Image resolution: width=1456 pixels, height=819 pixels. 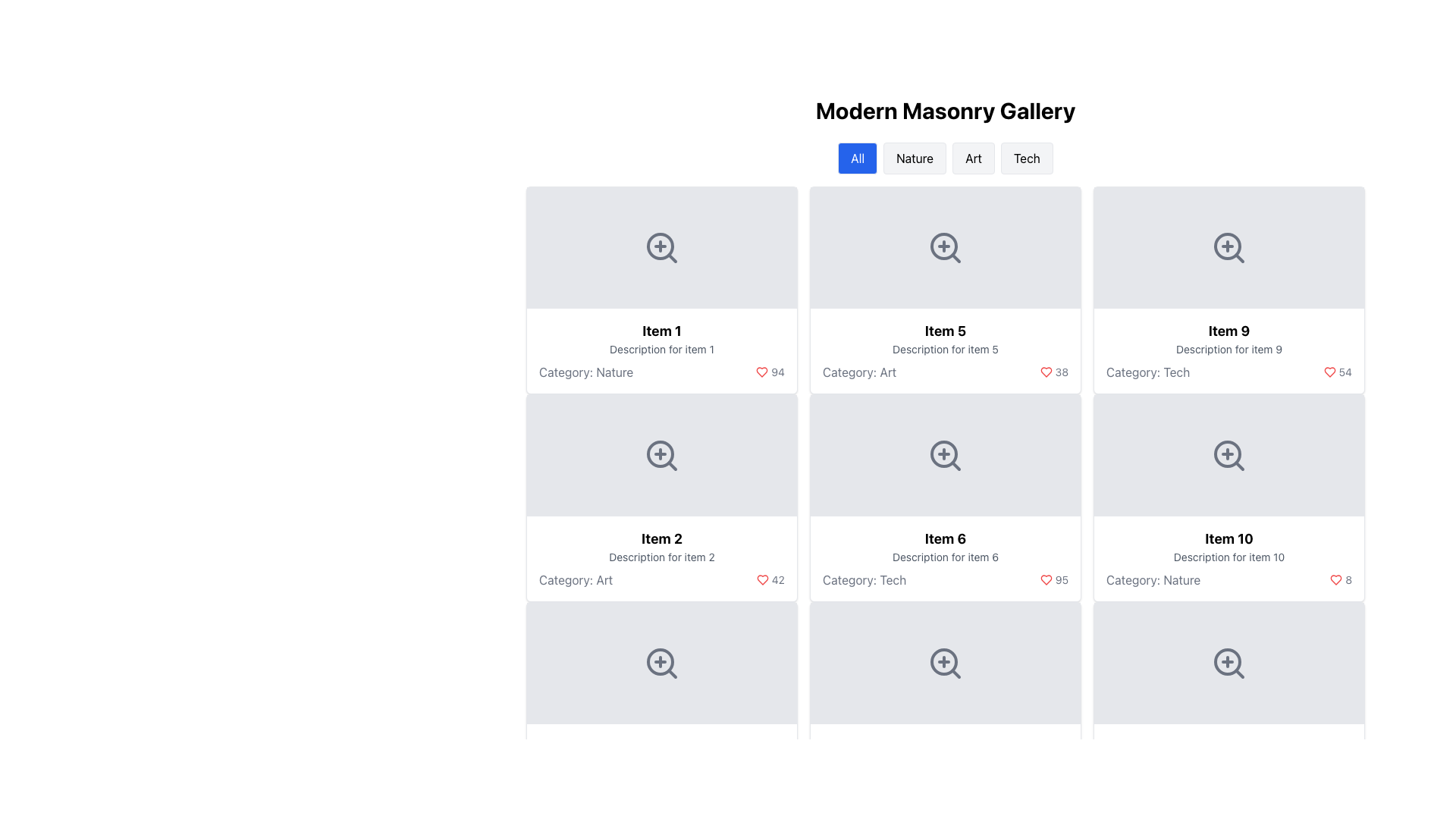 I want to click on the red heart-shaped button located in the bottom-right corner of the content box for 'Item 6', which is adjacent to the numeric value 95, so click(x=762, y=579).